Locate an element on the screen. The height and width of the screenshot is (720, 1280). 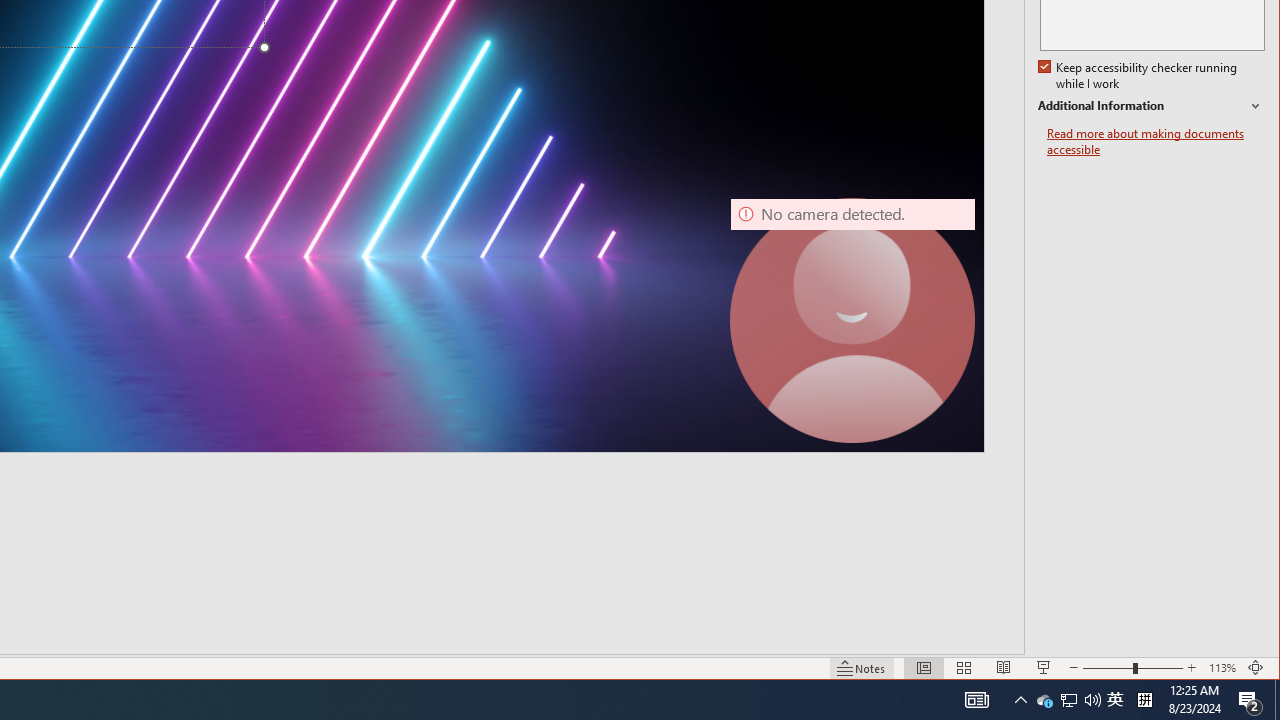
'Camera 7, No camera detected.' is located at coordinates (853, 320).